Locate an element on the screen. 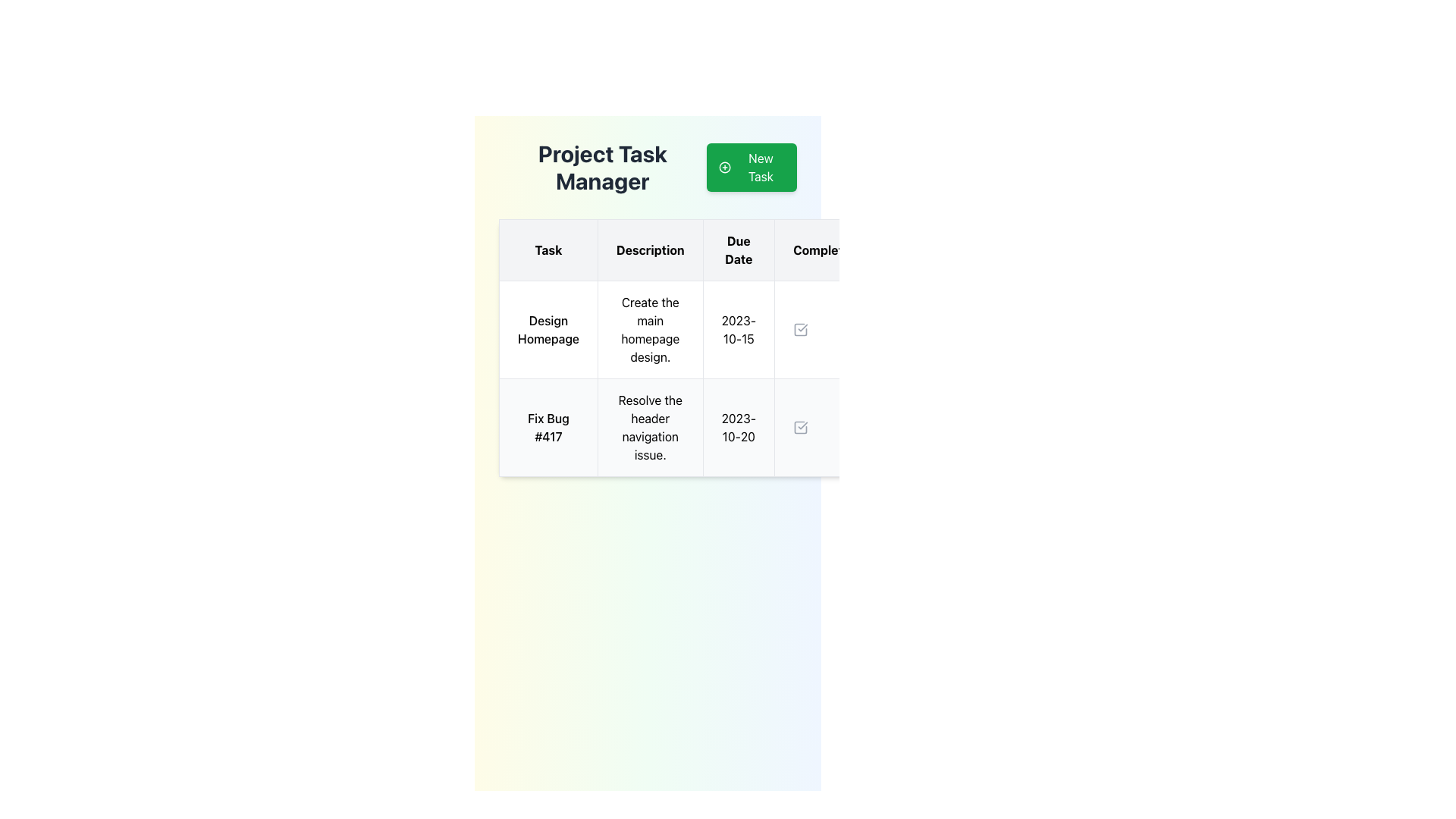  the header cell for the 'Description' column in the table, which is the second cell in the header row, positioned between 'Task' and 'Due Date' is located at coordinates (650, 249).